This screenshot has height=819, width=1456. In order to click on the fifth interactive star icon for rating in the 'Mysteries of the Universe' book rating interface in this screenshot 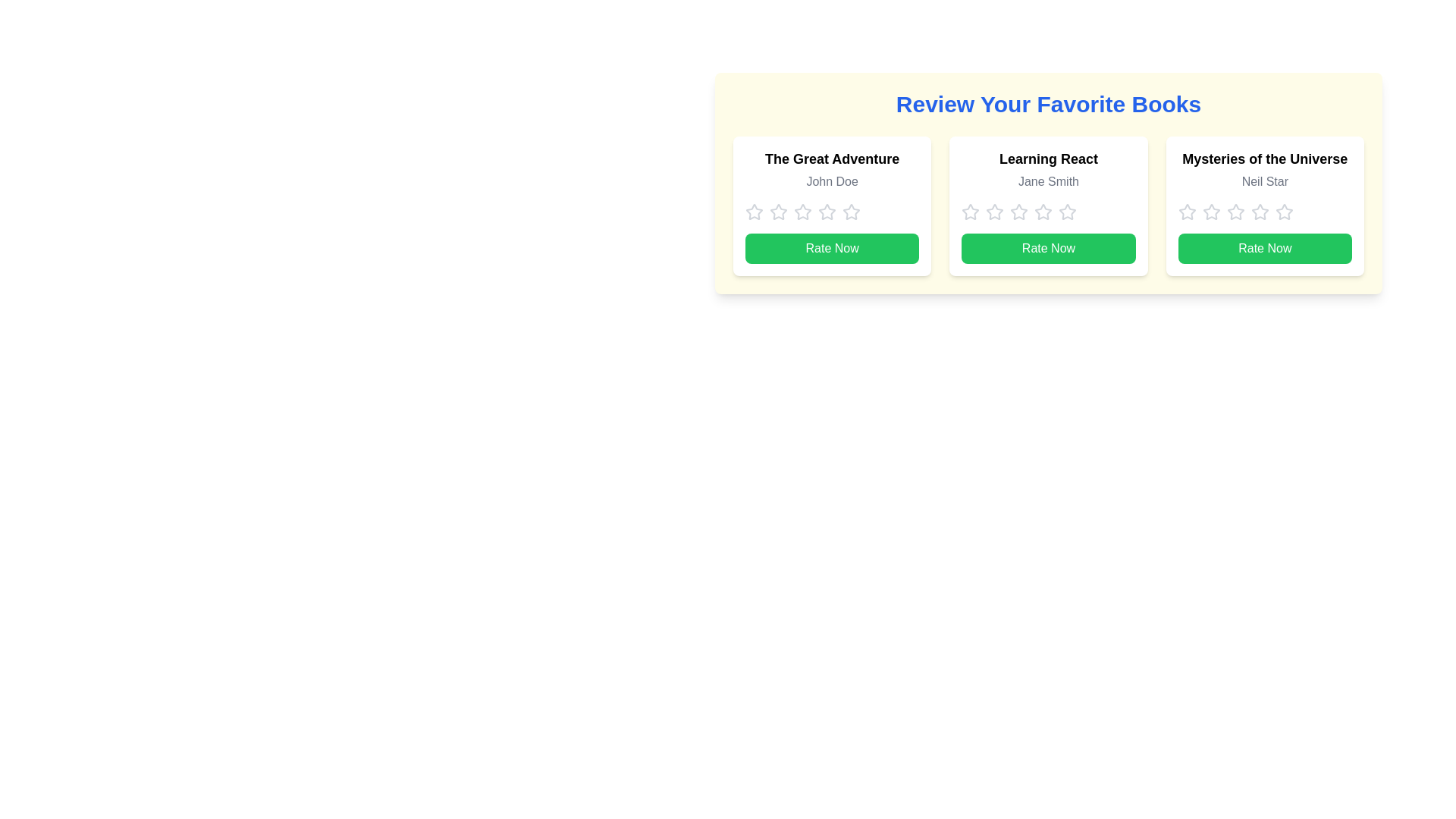, I will do `click(1260, 212)`.